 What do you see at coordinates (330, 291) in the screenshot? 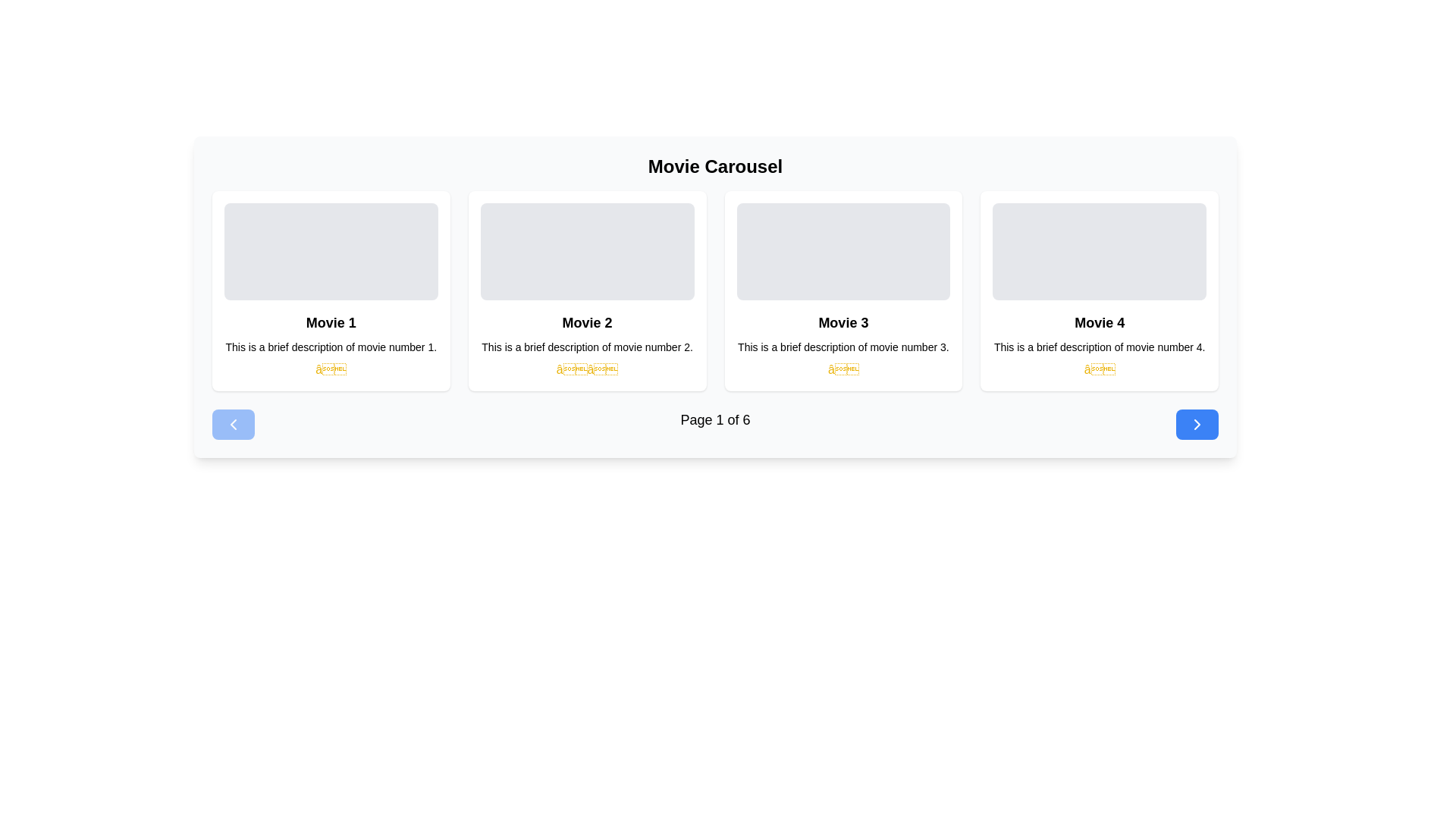
I see `the Informative card component featuring the title 'Movie 1'` at bounding box center [330, 291].